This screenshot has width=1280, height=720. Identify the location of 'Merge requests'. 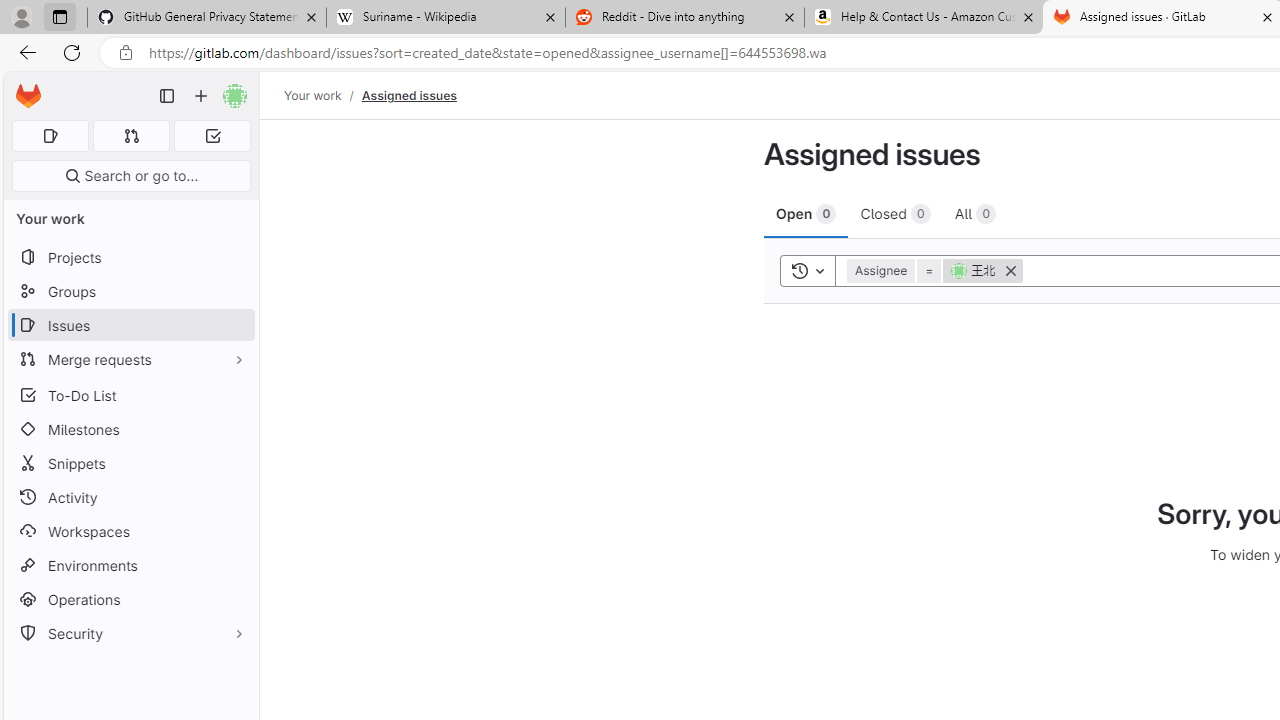
(130, 358).